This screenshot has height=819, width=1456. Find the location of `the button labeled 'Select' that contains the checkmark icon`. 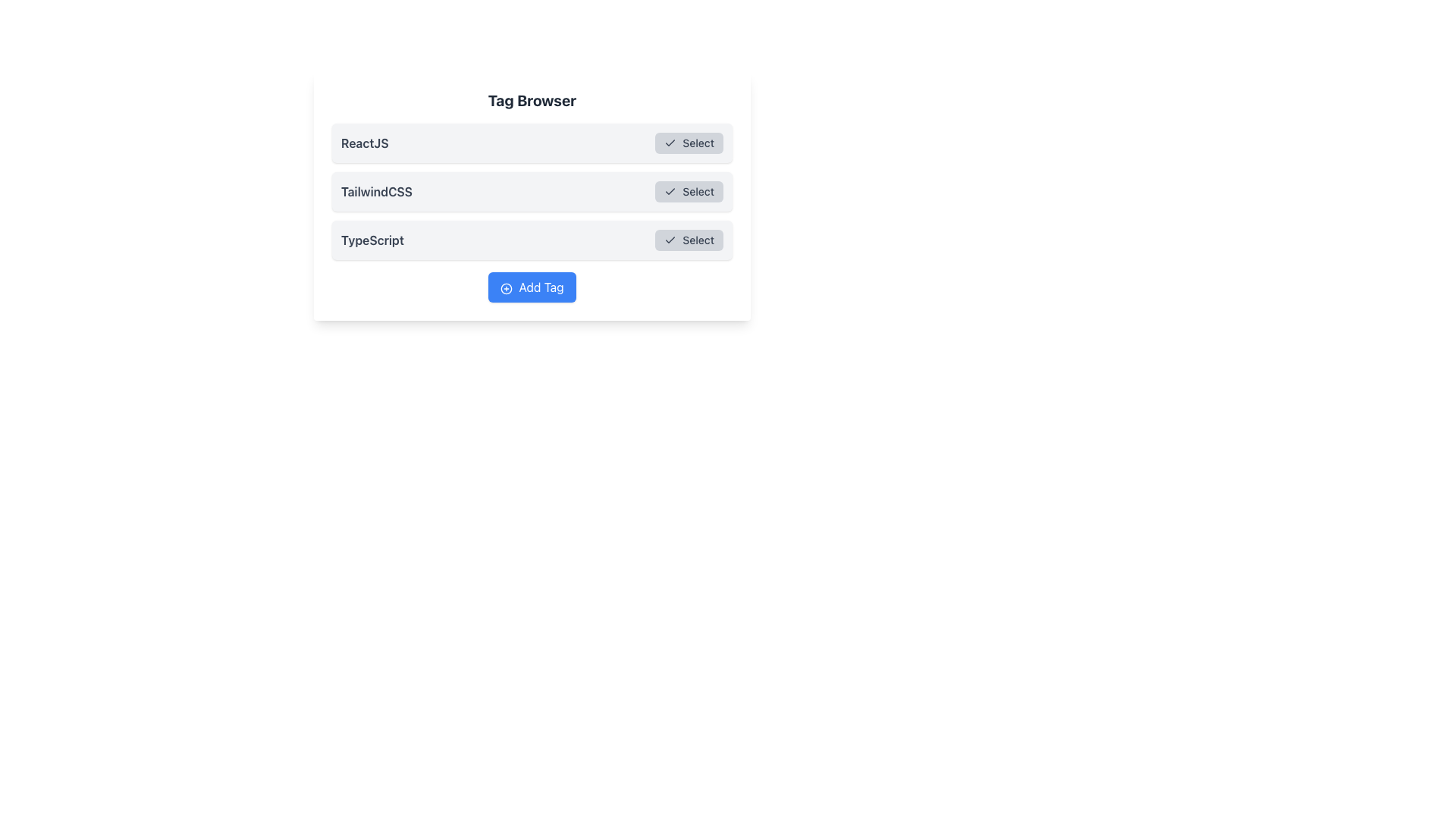

the button labeled 'Select' that contains the checkmark icon is located at coordinates (670, 191).